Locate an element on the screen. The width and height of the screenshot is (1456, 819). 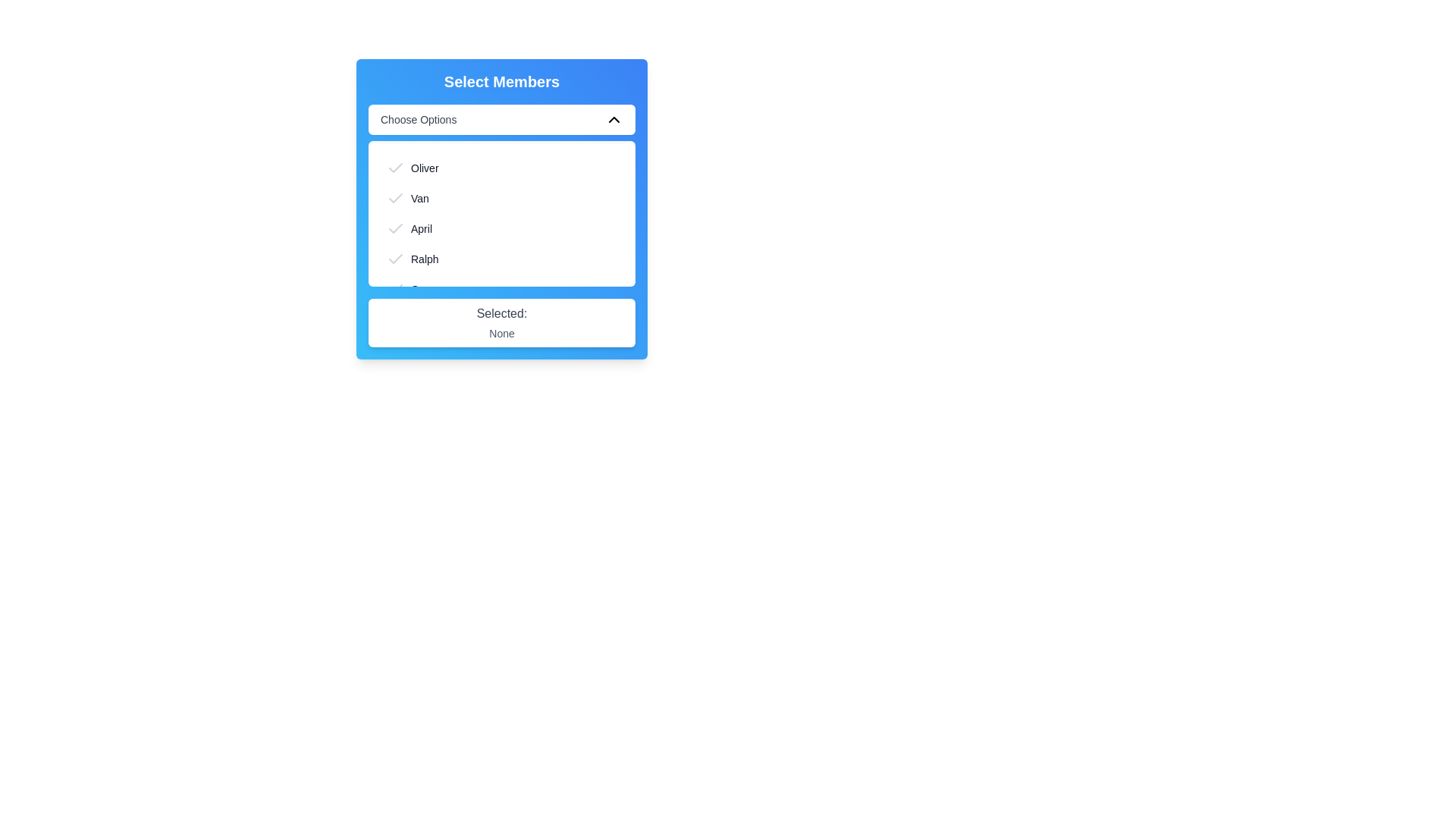
the text label reading 'April', which is the third item in a vertical list of selectable items, to perform special selection actions is located at coordinates (422, 228).